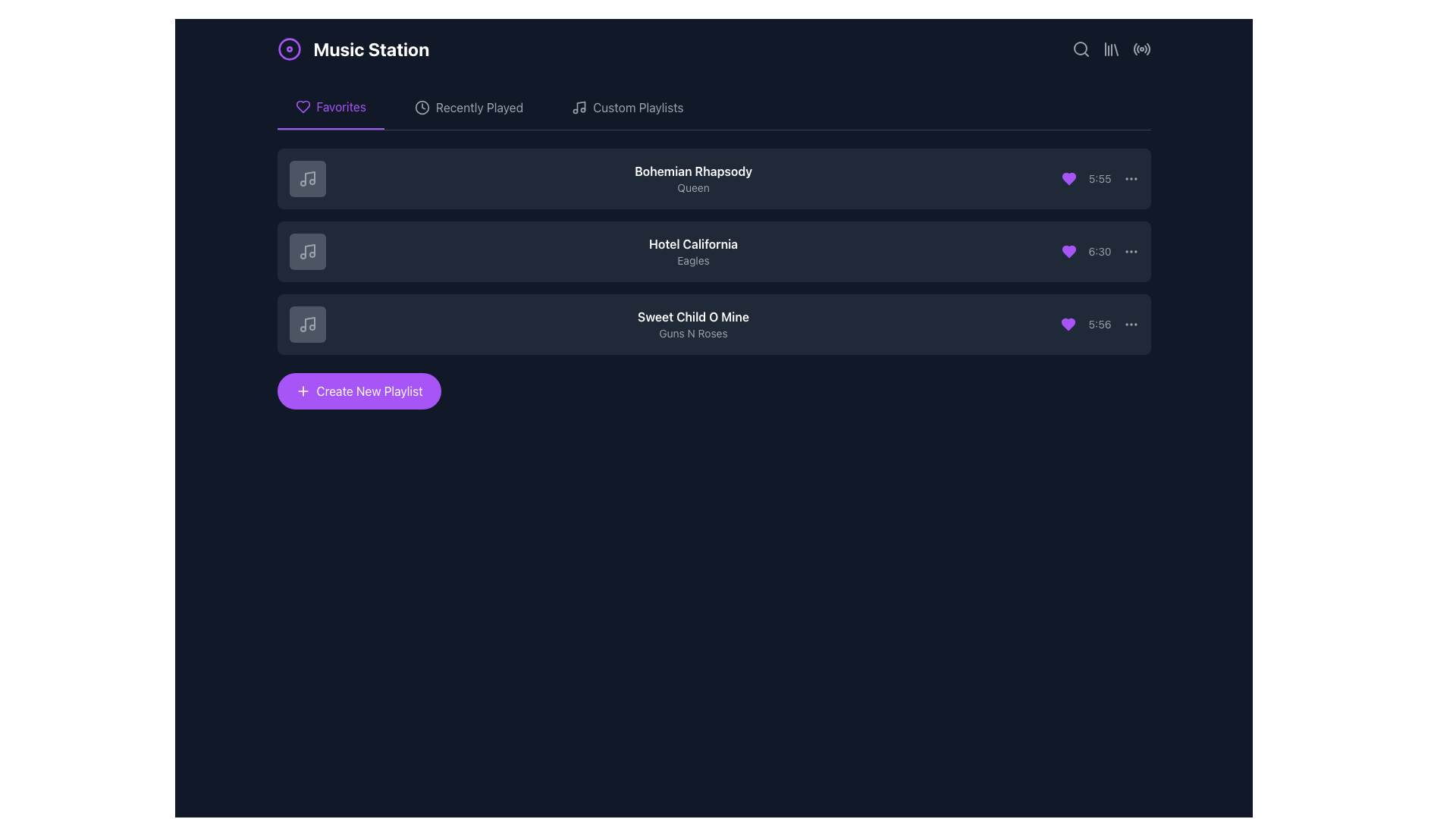 The image size is (1456, 819). I want to click on the text label displaying the duration '6:30', located to the immediate left of the three horizontal dots button and to the right of the purple heart icon, so click(1100, 250).